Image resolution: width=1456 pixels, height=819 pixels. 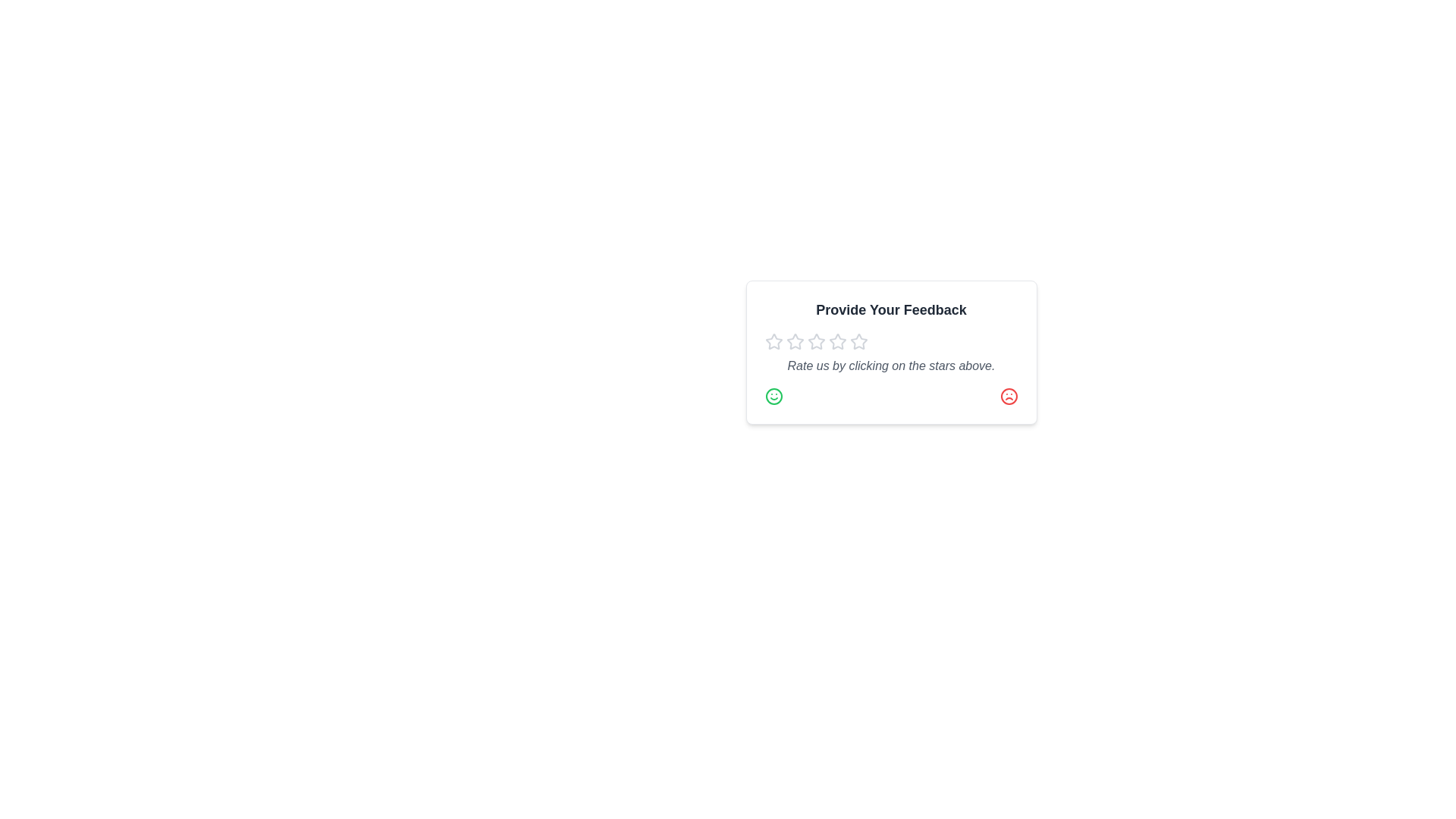 What do you see at coordinates (836, 341) in the screenshot?
I see `the second star-shaped icon in the feedback form` at bounding box center [836, 341].